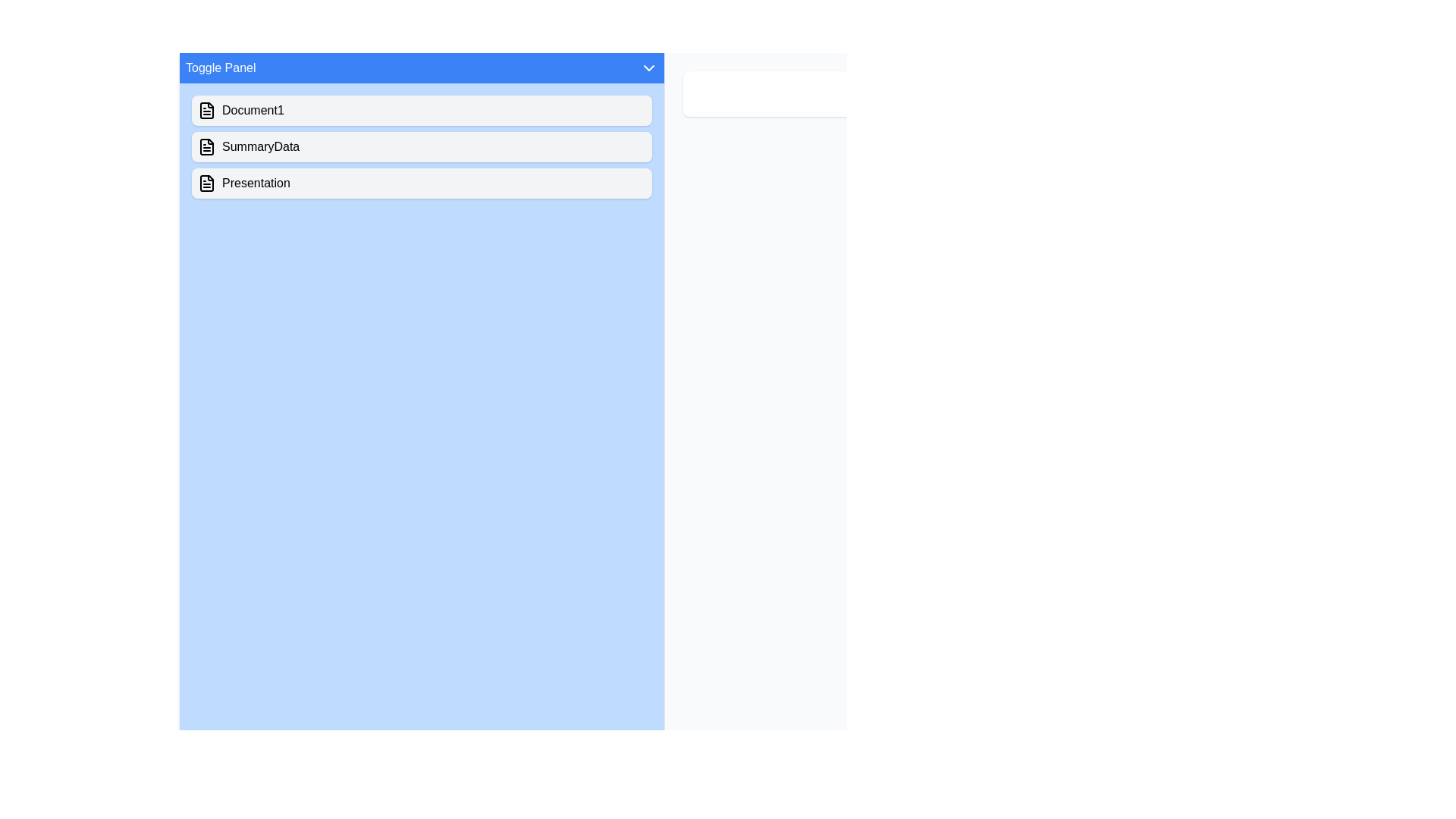 The width and height of the screenshot is (1456, 819). What do you see at coordinates (422, 146) in the screenshot?
I see `the second menu item in the 'Toggle Panel'` at bounding box center [422, 146].